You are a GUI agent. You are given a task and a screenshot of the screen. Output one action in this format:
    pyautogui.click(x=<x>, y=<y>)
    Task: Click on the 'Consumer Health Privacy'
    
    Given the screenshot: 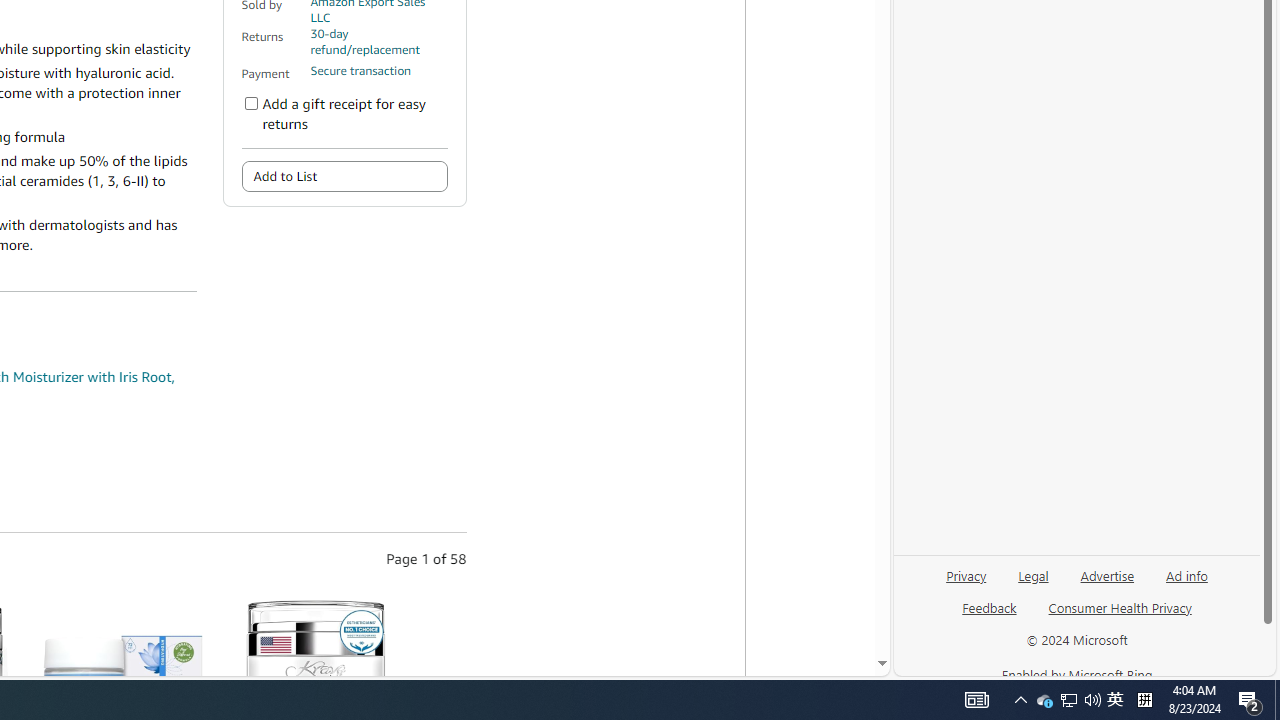 What is the action you would take?
    pyautogui.click(x=1120, y=614)
    